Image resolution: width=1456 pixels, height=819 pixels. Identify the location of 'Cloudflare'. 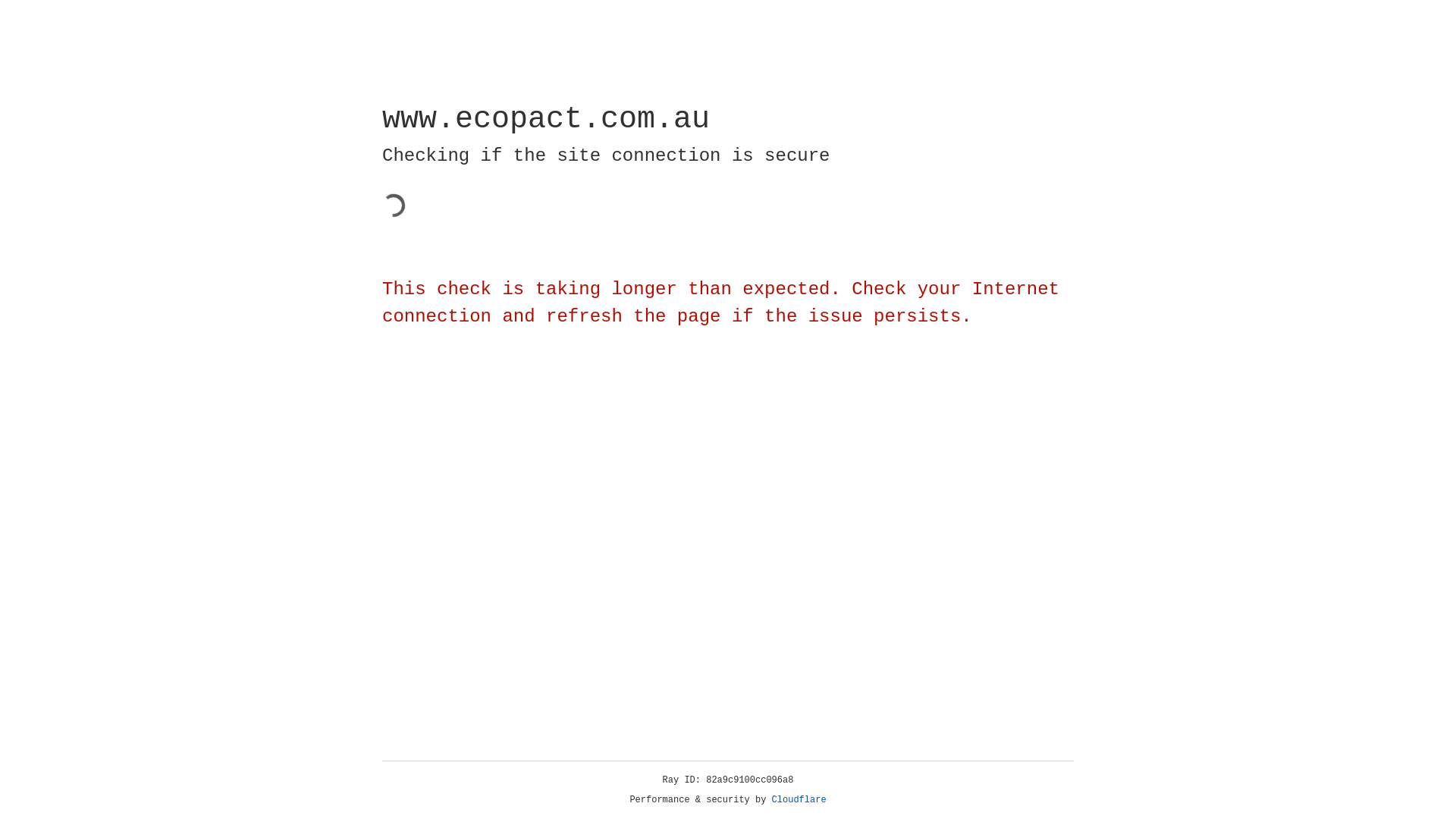
(799, 799).